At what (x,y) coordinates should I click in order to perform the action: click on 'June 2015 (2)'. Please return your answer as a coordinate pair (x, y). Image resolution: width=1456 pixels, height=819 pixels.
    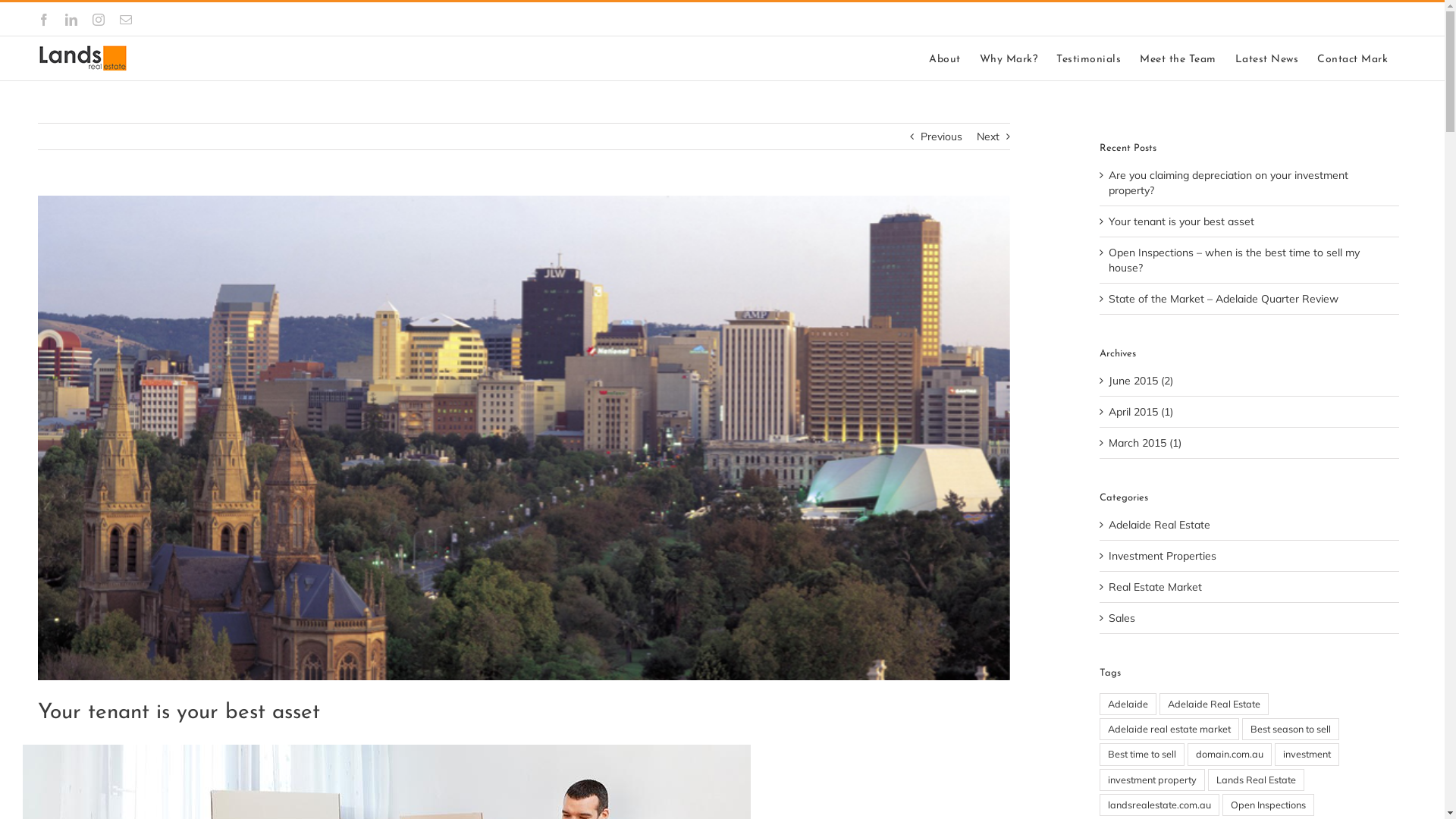
    Looking at the image, I should click on (1109, 379).